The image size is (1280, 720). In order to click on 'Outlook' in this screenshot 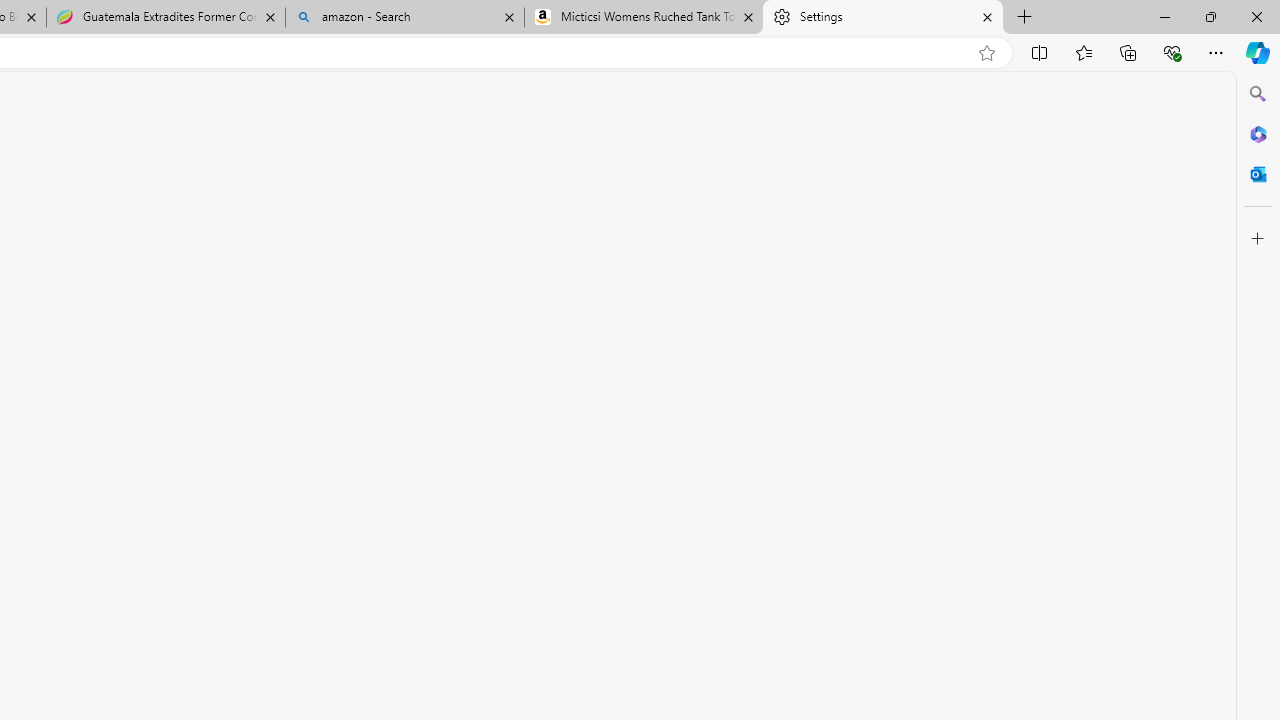, I will do `click(1257, 173)`.